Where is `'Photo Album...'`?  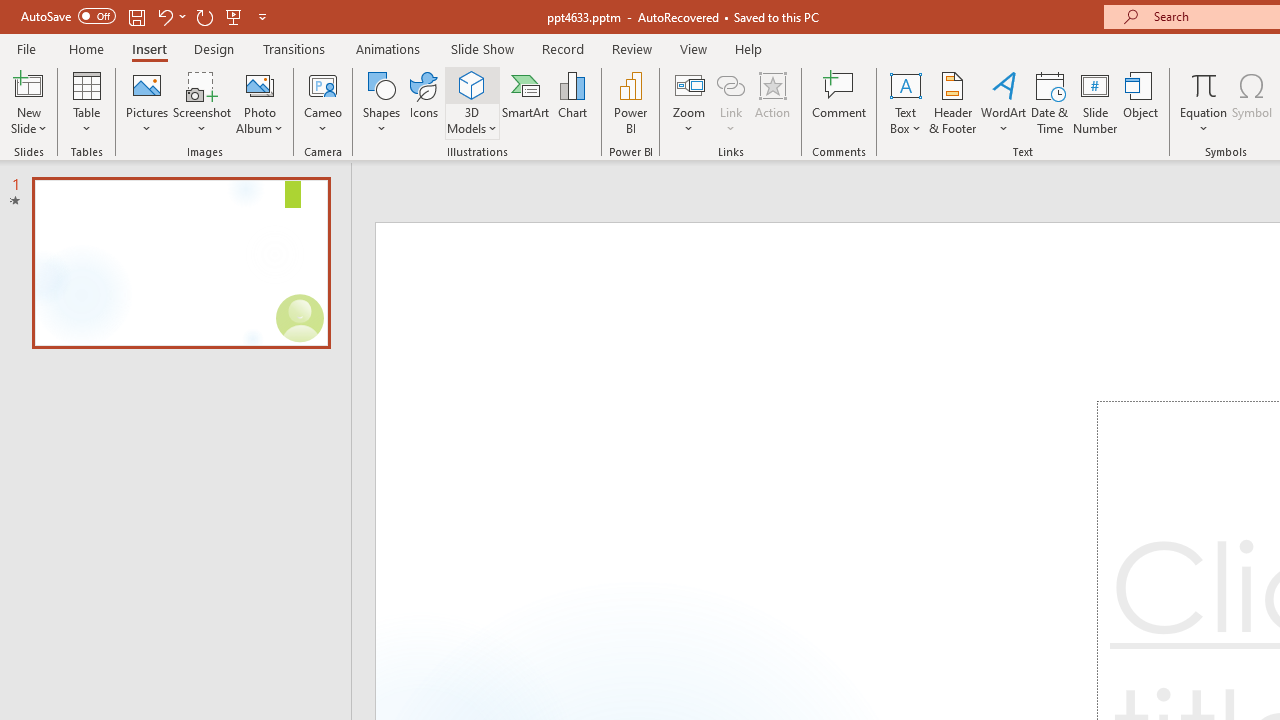 'Photo Album...' is located at coordinates (258, 103).